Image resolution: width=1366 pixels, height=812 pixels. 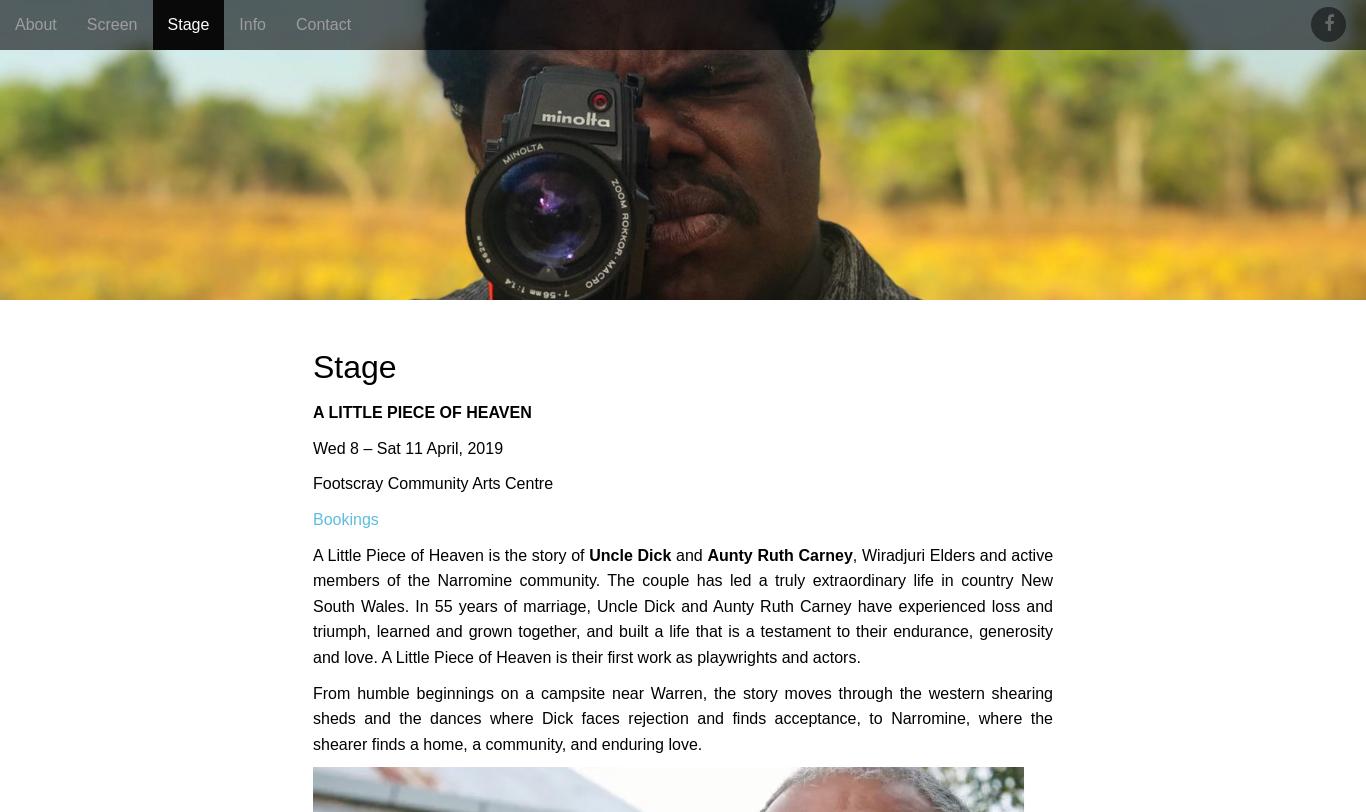 I want to click on 'A LITTLE PIECE OF HEAVEN', so click(x=312, y=412).